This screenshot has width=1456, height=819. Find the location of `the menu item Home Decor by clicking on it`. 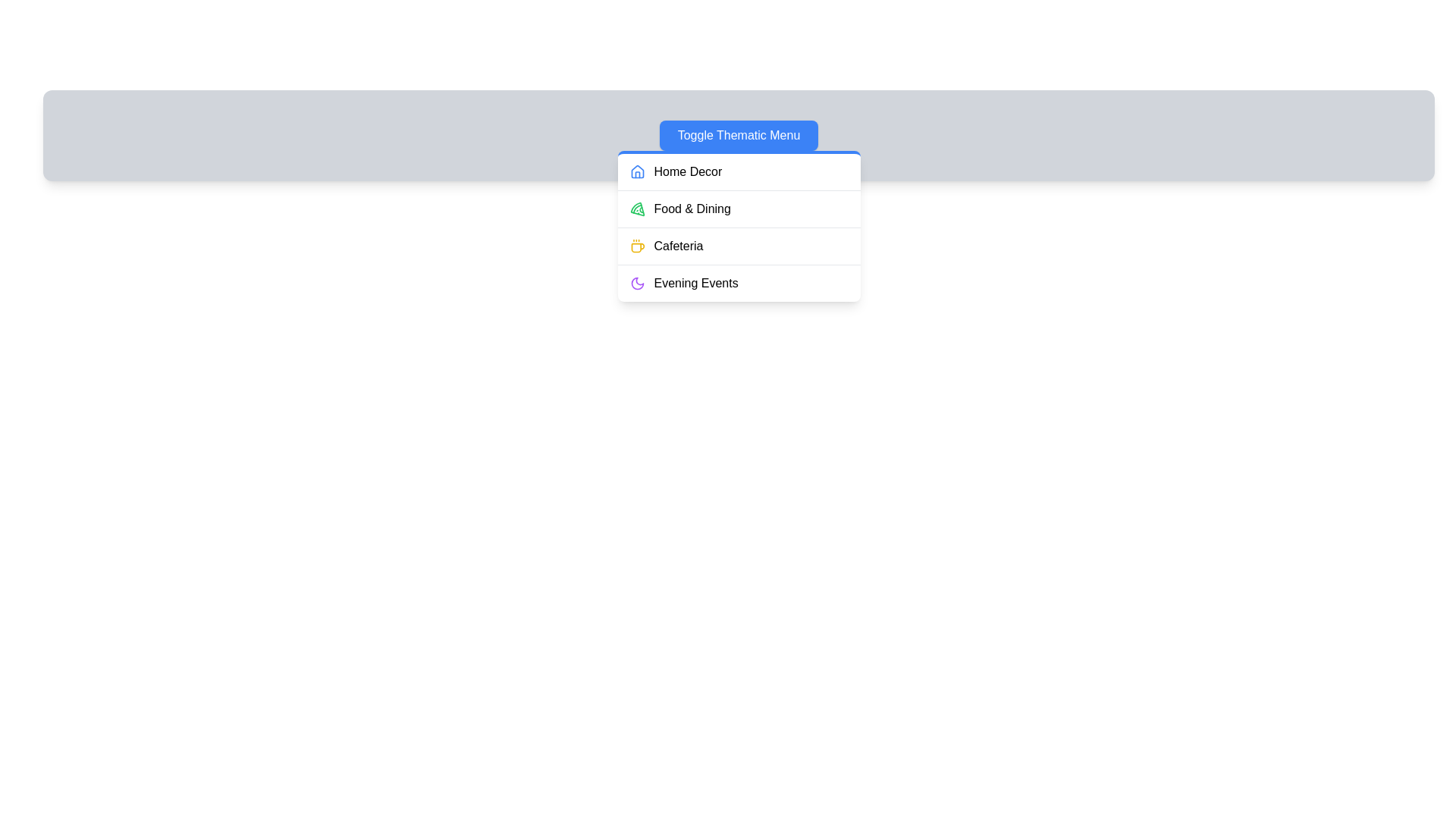

the menu item Home Decor by clicking on it is located at coordinates (739, 171).